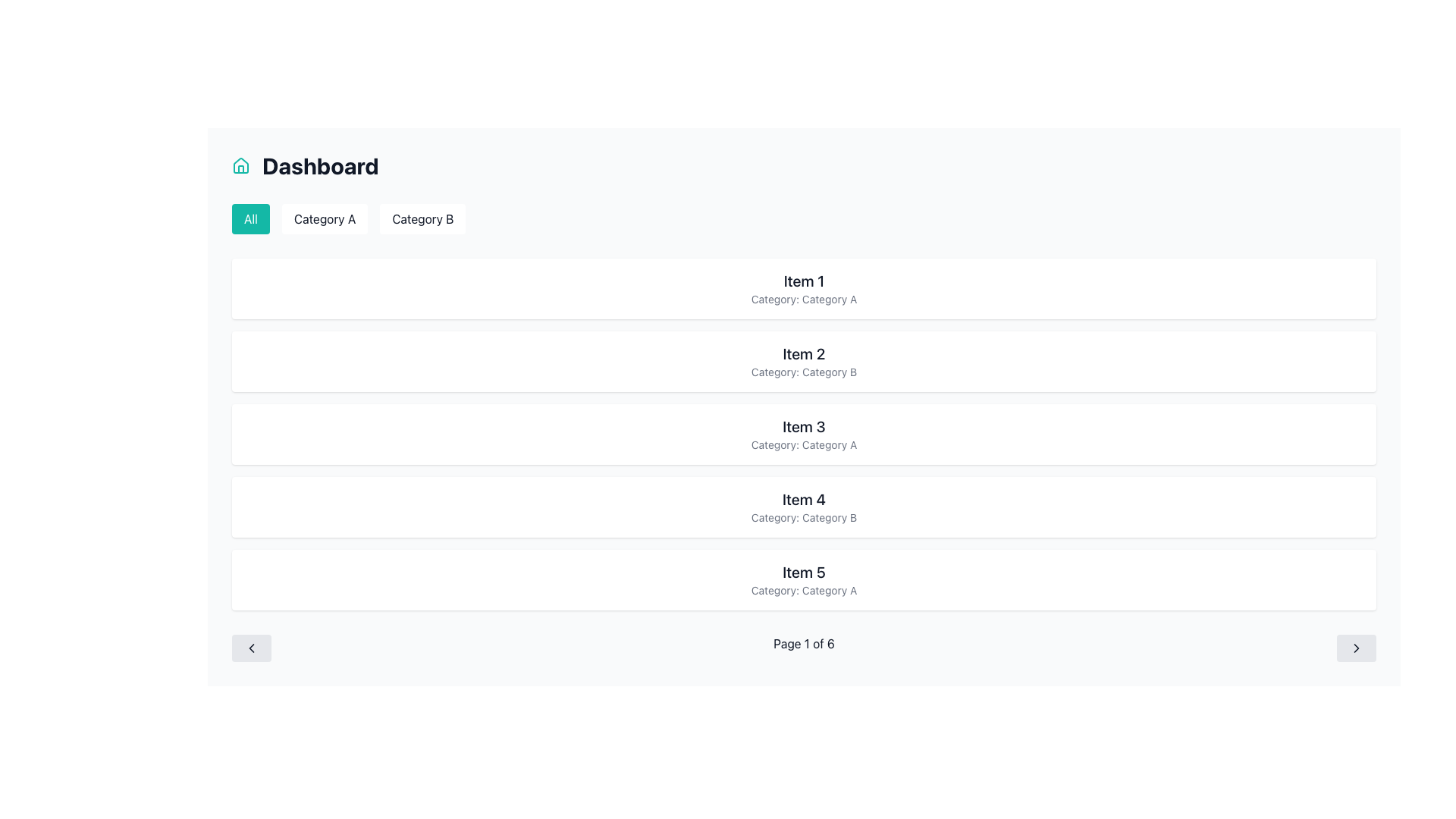 This screenshot has height=819, width=1456. What do you see at coordinates (240, 165) in the screenshot?
I see `the teal triangular roof section of the house icon located at the top-left corner of the dashboard header` at bounding box center [240, 165].